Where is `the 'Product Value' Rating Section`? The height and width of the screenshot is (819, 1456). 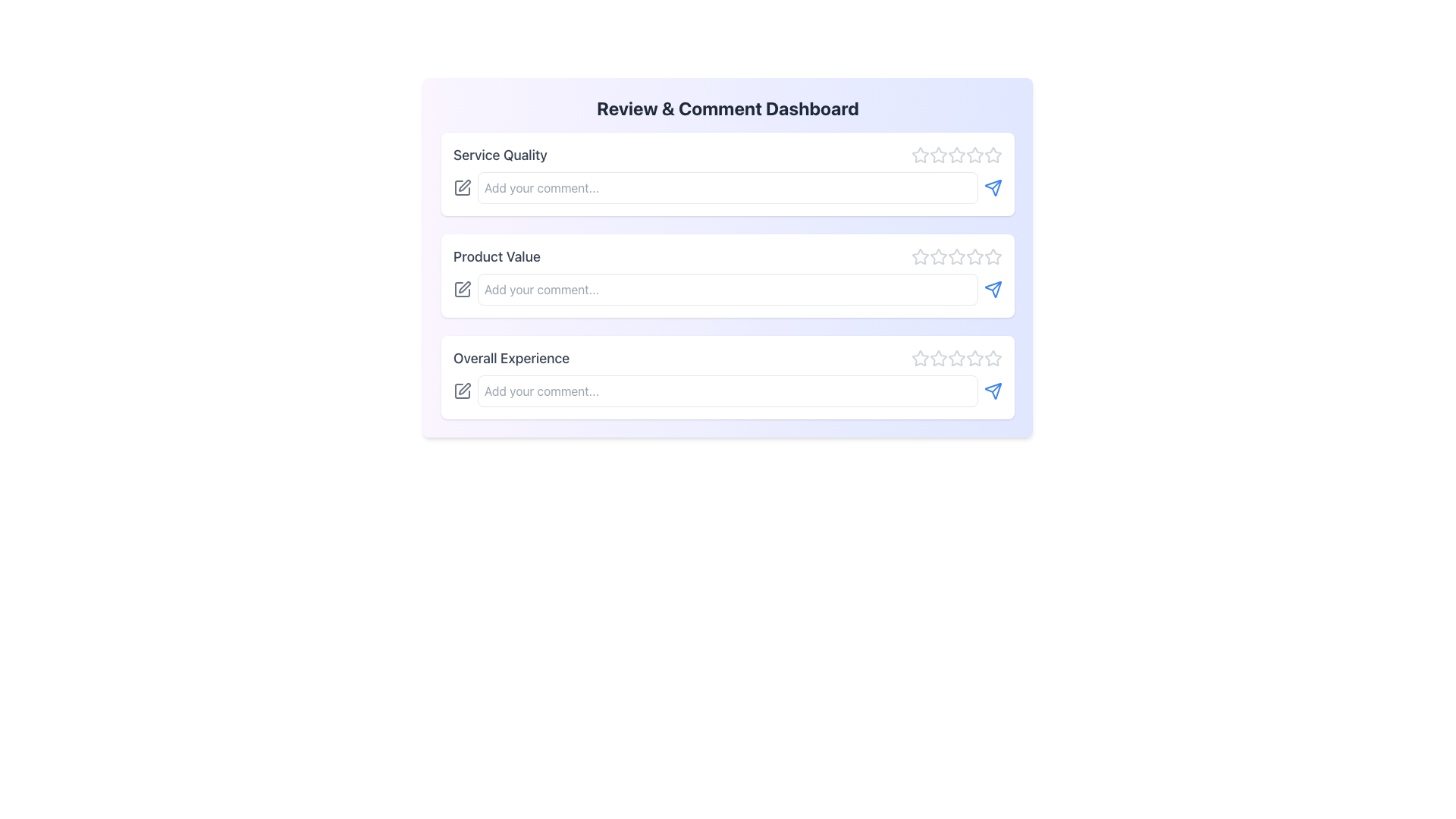
the 'Product Value' Rating Section is located at coordinates (728, 256).